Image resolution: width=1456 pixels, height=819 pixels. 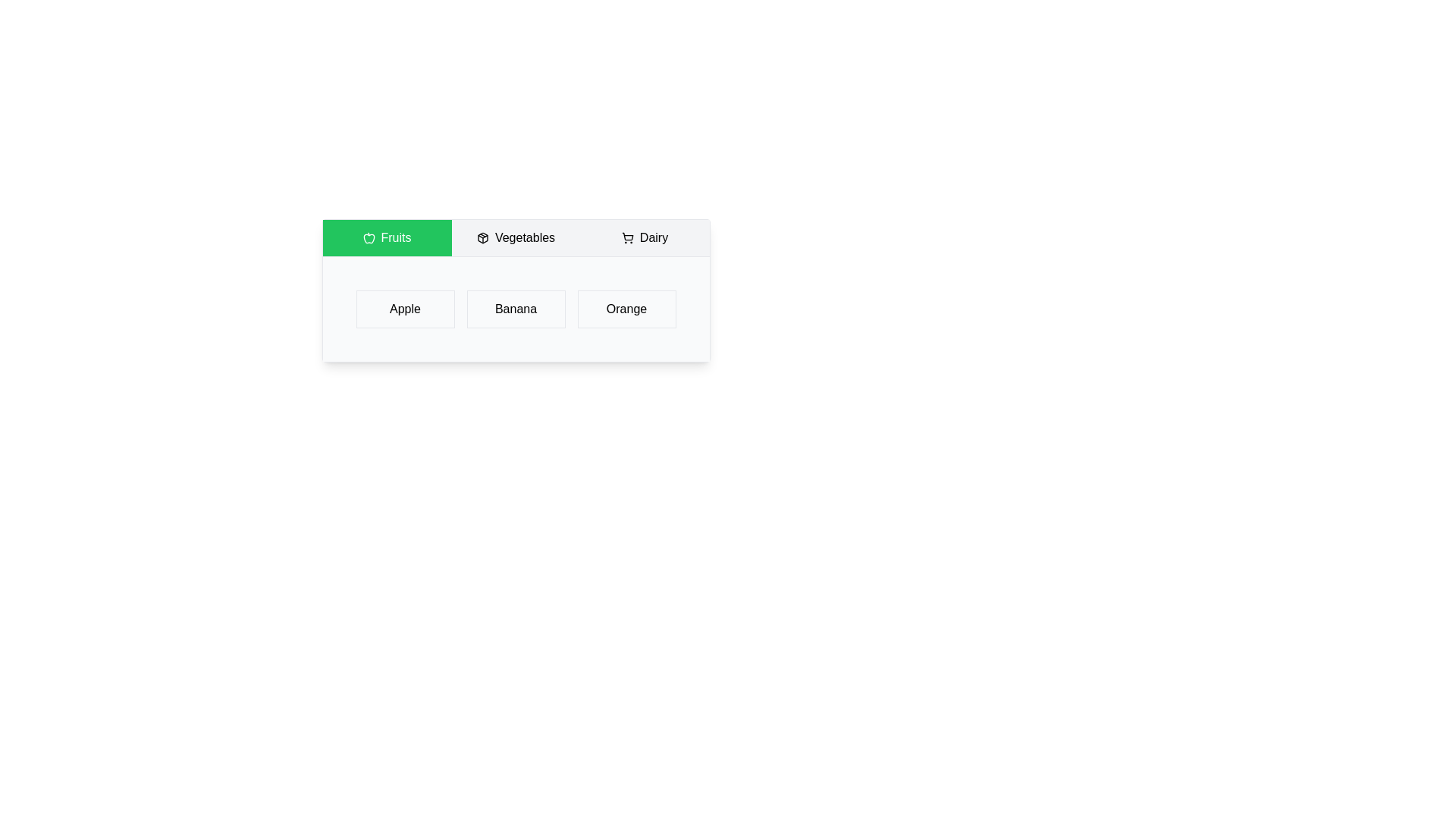 I want to click on the Dairy tab by clicking on its button, so click(x=645, y=237).